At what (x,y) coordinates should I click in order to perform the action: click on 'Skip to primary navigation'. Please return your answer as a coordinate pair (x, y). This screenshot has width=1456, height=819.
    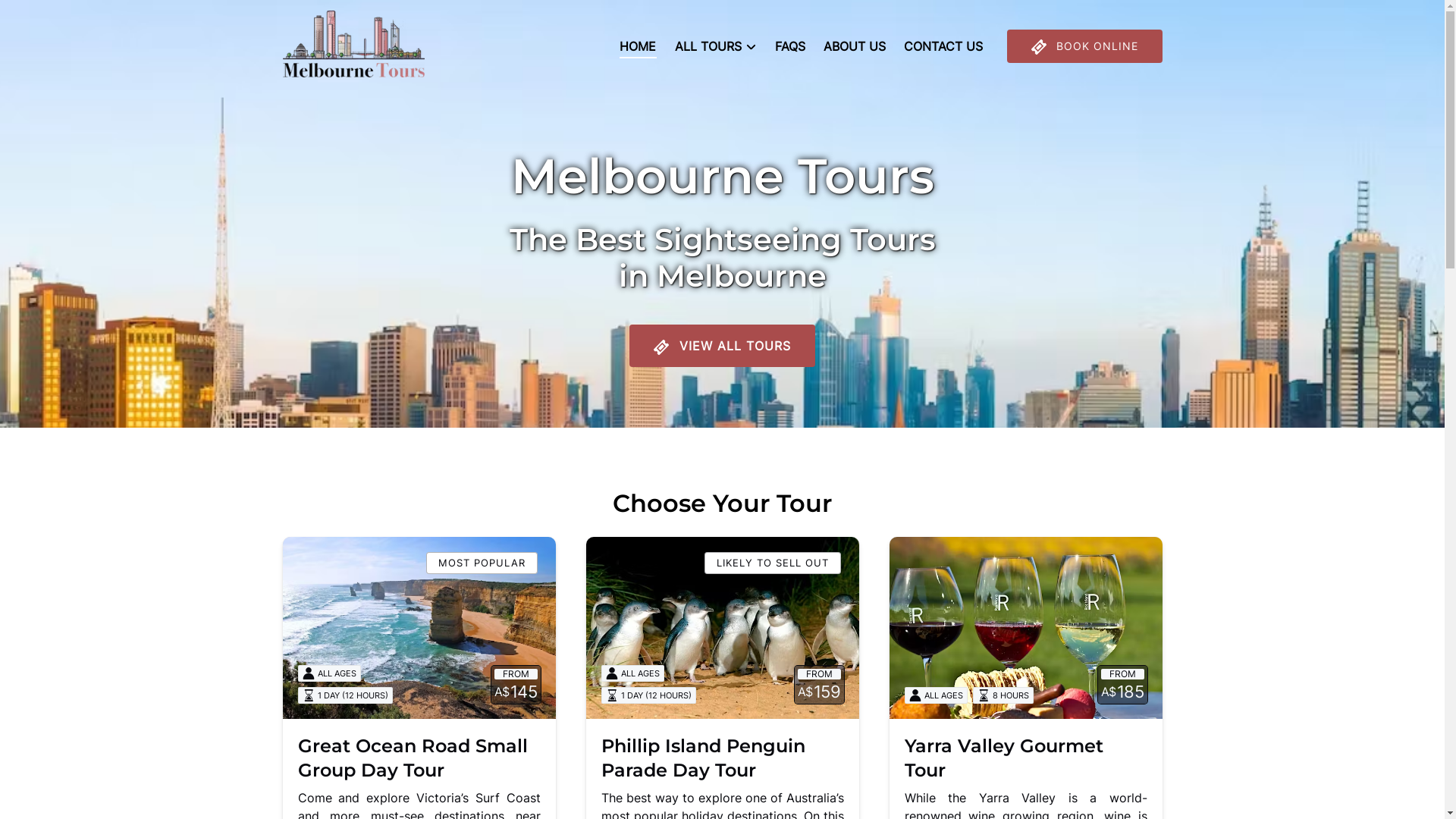
    Looking at the image, I should click on (83, 17).